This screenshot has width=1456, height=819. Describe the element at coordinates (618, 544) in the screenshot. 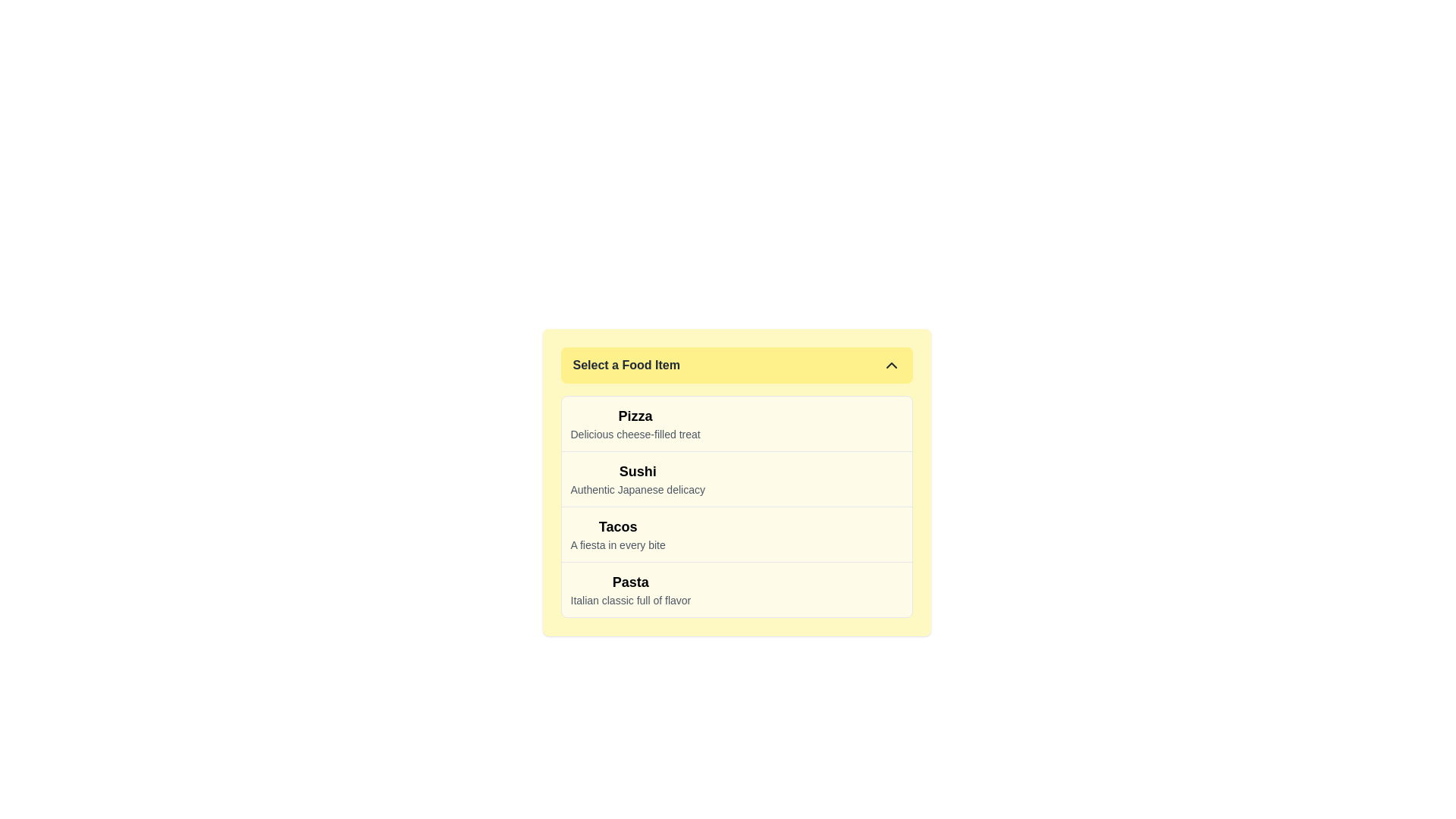

I see `the text label that reads 'A fiesta in every bite', which is styled in light gray and located beneath the 'Tacos' title within the 'Select a Food Item' dropdown menu` at that location.